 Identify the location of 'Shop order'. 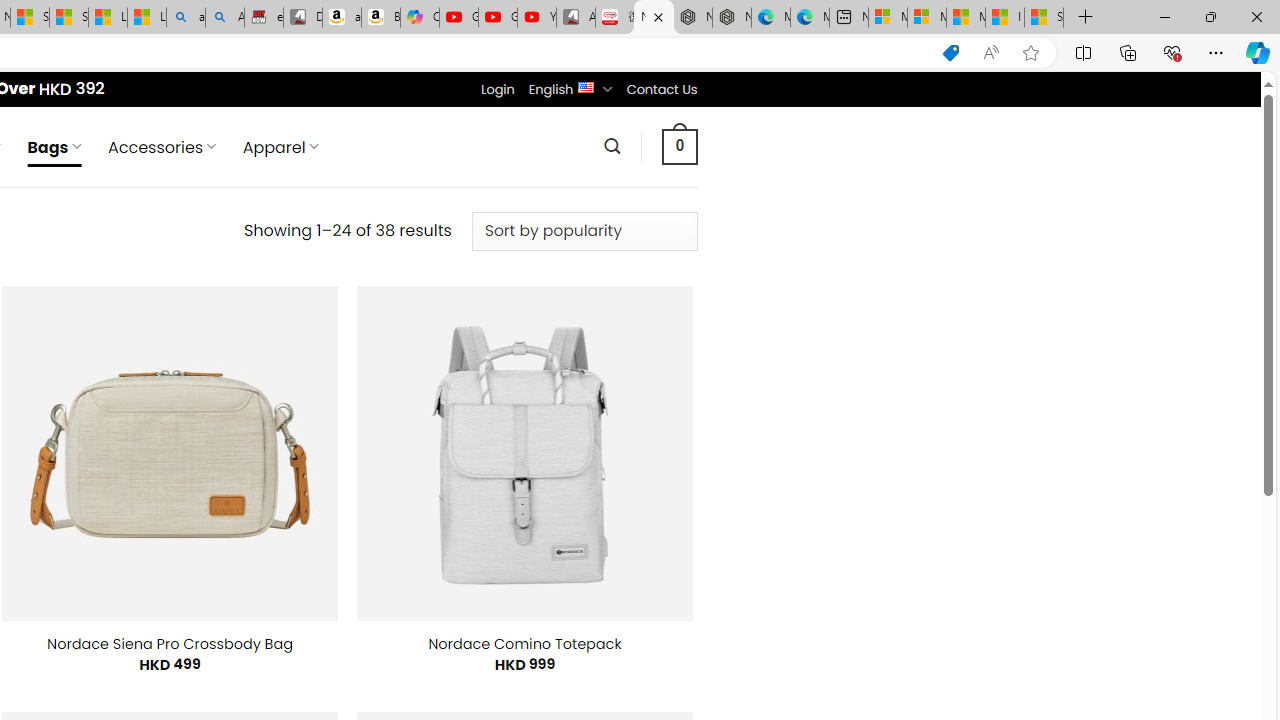
(583, 230).